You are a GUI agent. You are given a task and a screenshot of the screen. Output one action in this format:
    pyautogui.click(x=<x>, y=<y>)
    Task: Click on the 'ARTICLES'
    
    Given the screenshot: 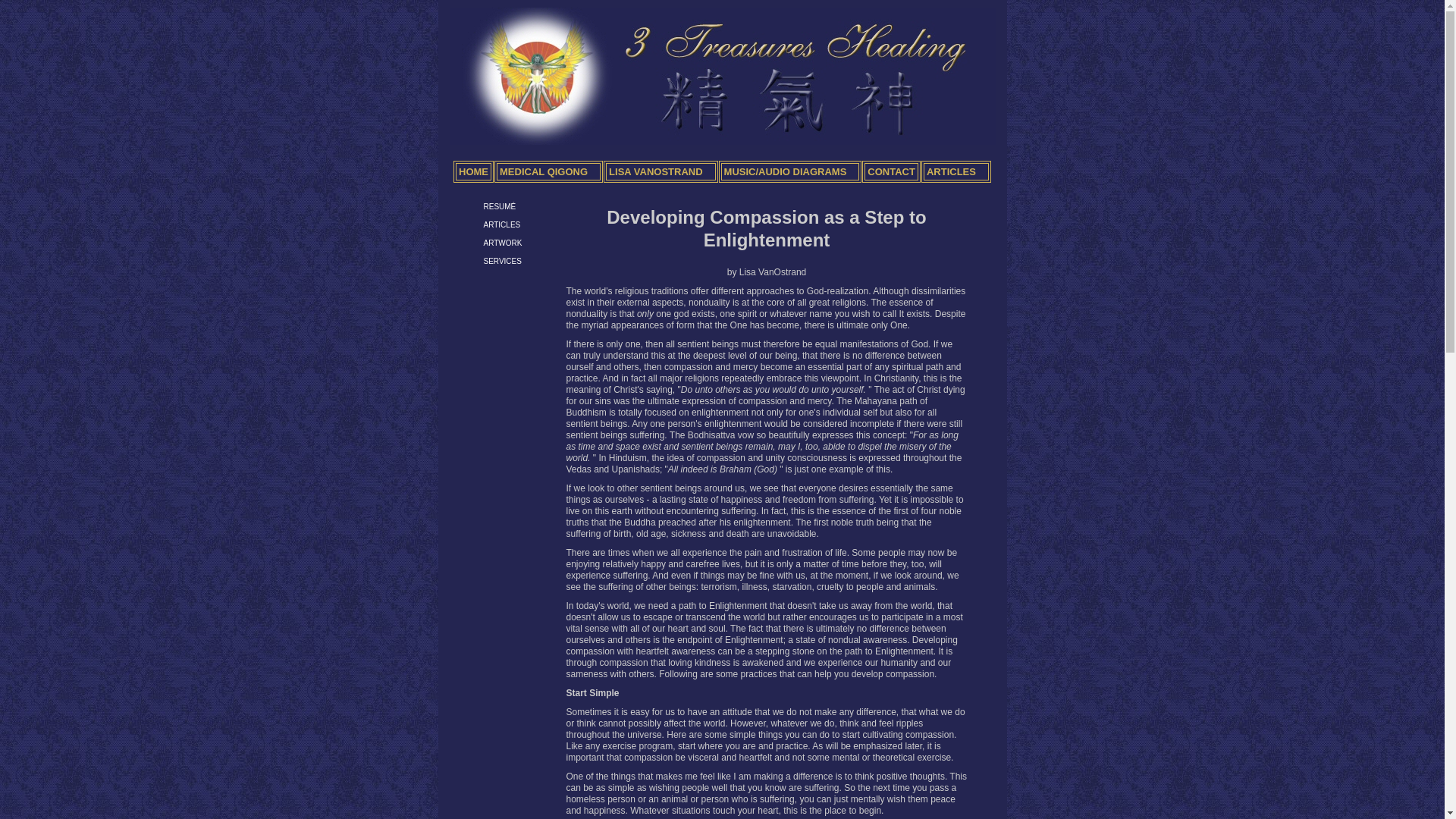 What is the action you would take?
    pyautogui.click(x=920, y=171)
    